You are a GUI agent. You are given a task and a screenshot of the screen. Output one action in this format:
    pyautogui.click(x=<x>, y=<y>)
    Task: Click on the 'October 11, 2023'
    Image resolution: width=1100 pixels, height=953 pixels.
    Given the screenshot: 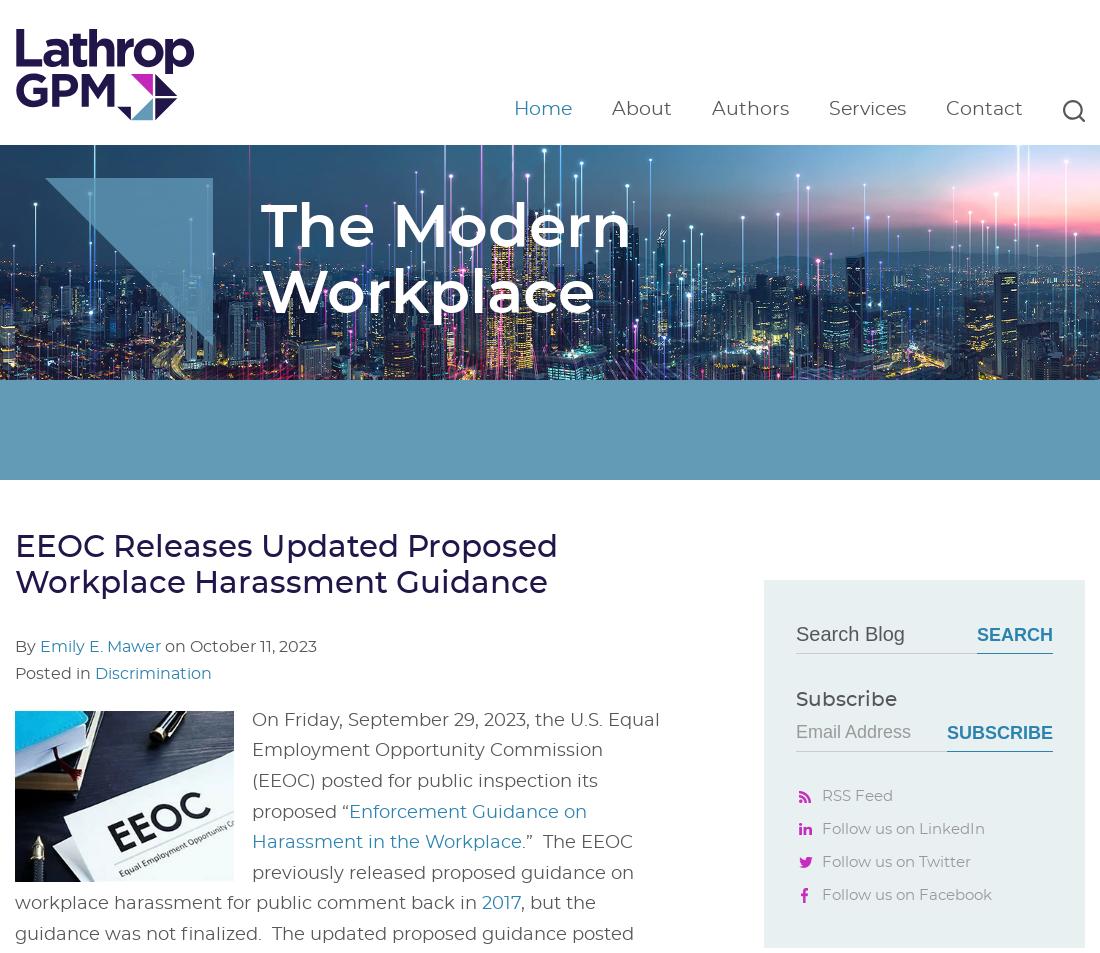 What is the action you would take?
    pyautogui.click(x=253, y=646)
    